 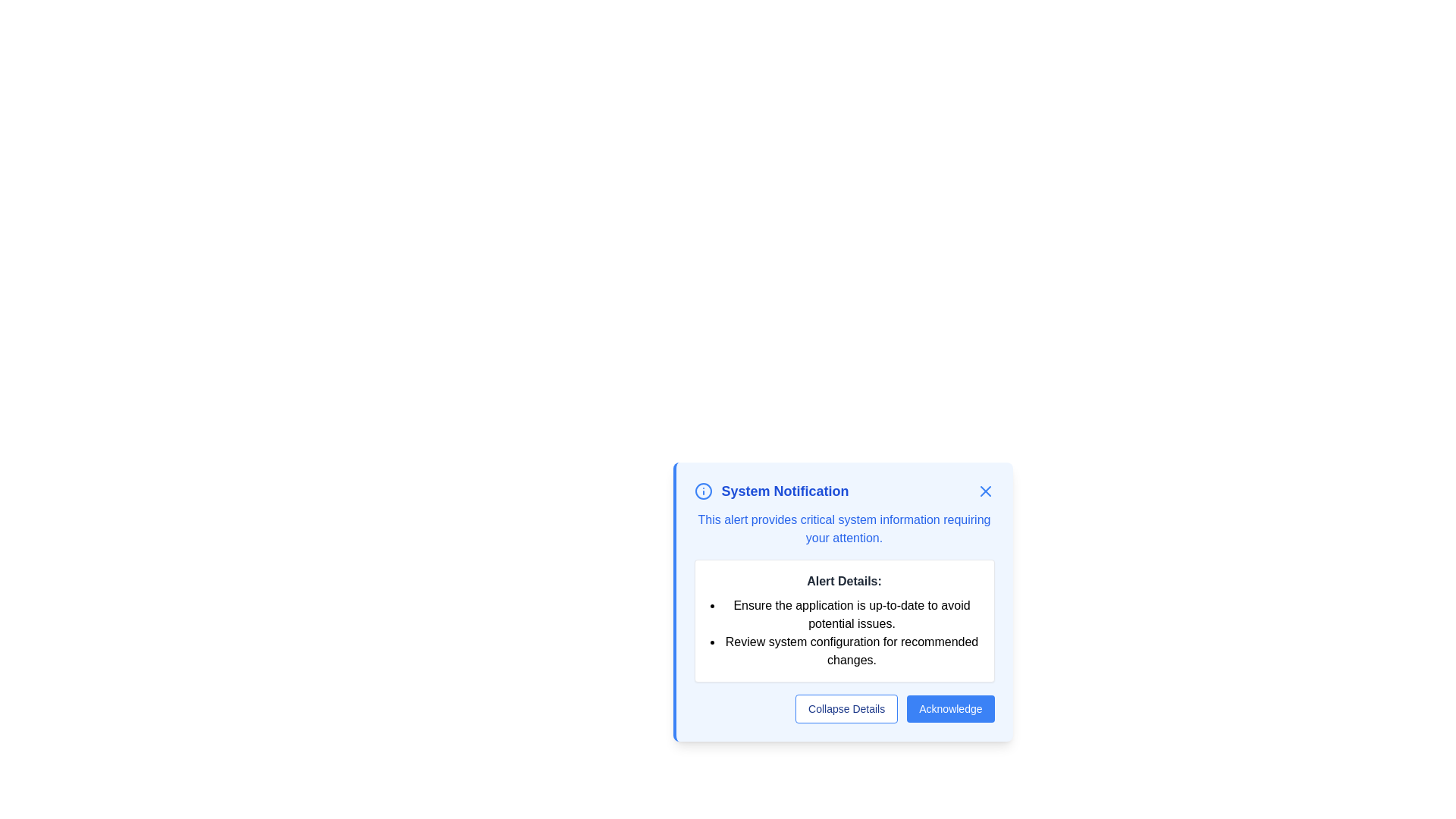 What do you see at coordinates (852, 614) in the screenshot?
I see `informational text about keeping the application up-to-date, which is the first item in the bulleted list within the modal dialog labeled 'Alert Details'` at bounding box center [852, 614].